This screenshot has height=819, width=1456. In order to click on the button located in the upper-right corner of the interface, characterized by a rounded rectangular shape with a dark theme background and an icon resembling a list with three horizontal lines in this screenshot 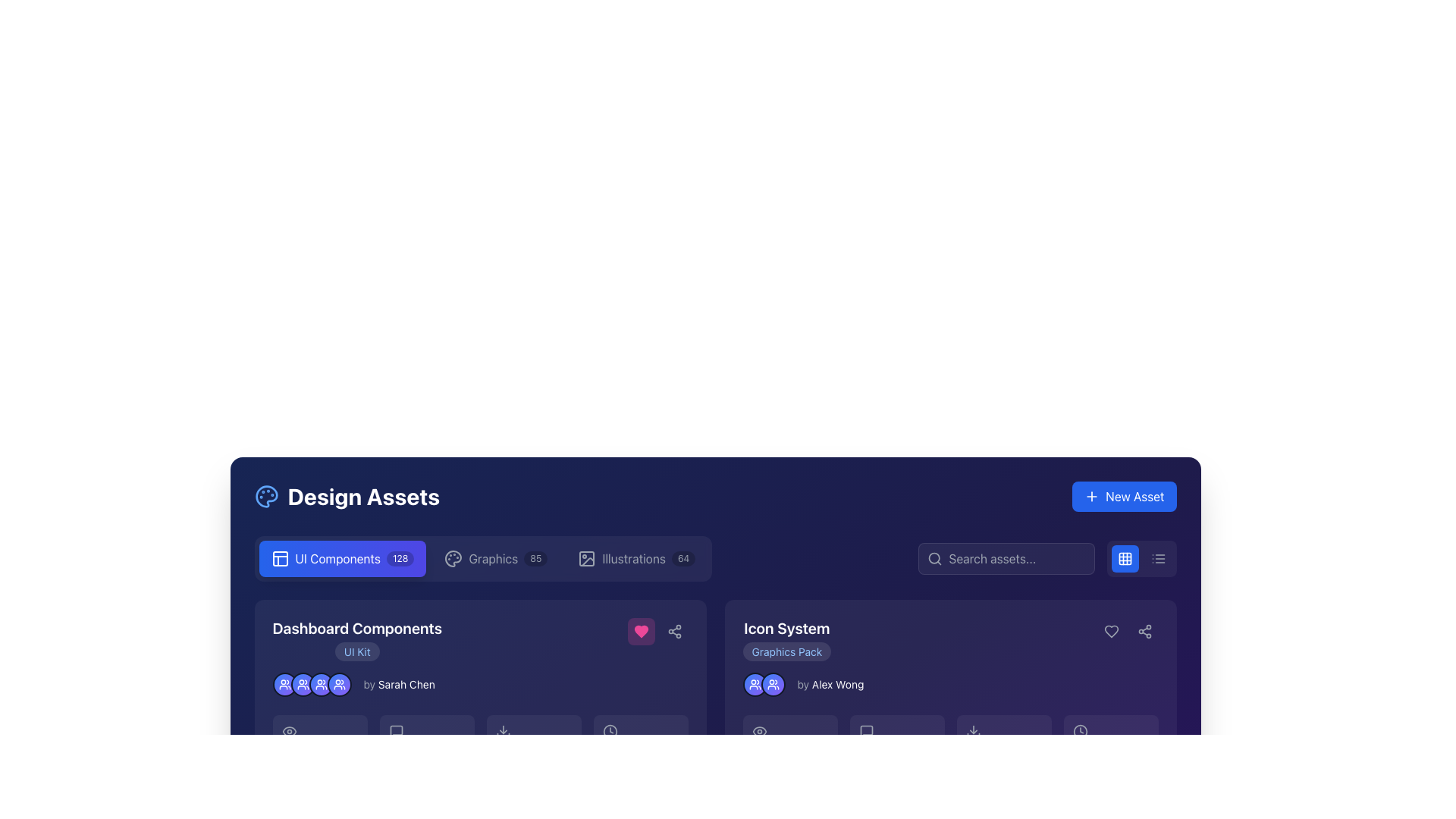, I will do `click(1157, 558)`.